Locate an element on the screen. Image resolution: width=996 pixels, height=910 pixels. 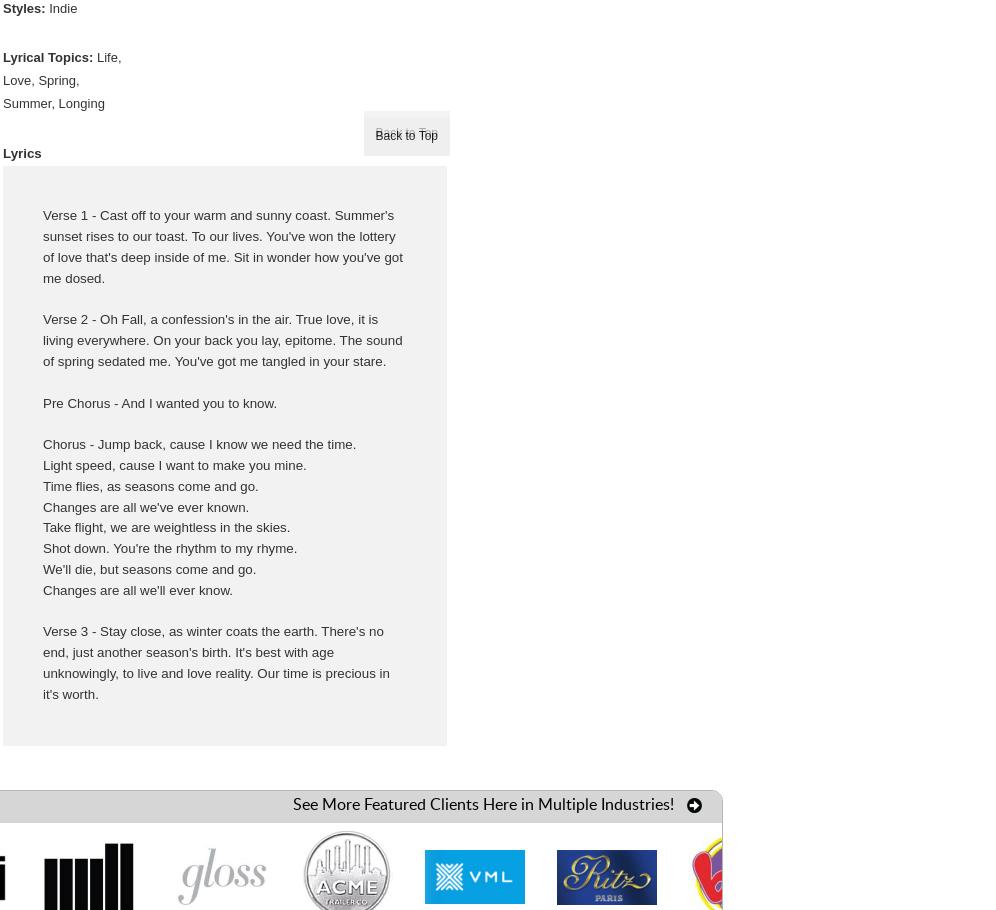
'Verse 3 - Stay close, as winter coats the earth. There's no end, just another season's birth. It's best with age unknowingly, to live and love reality. Our time is precious in it's worth.' is located at coordinates (215, 661).